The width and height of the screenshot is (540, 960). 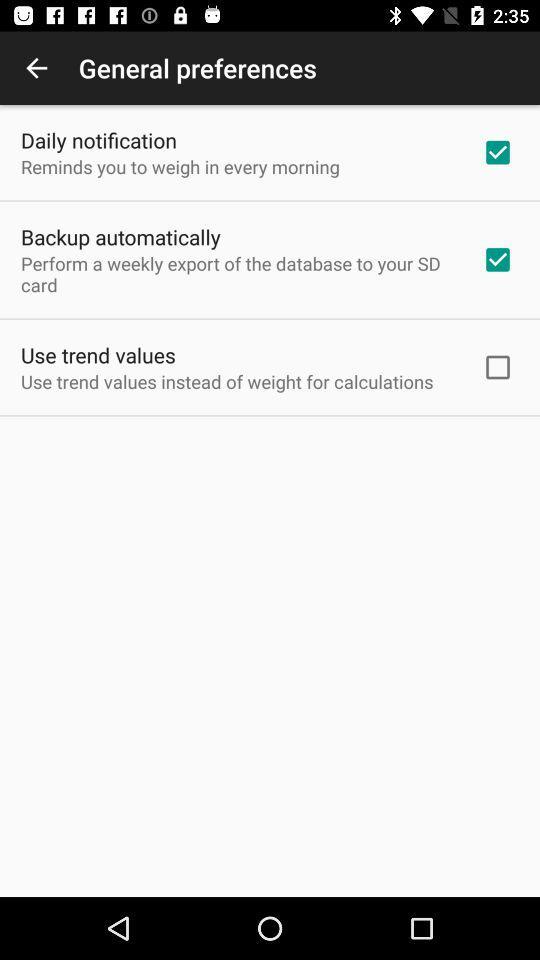 I want to click on the reminds you to item, so click(x=180, y=165).